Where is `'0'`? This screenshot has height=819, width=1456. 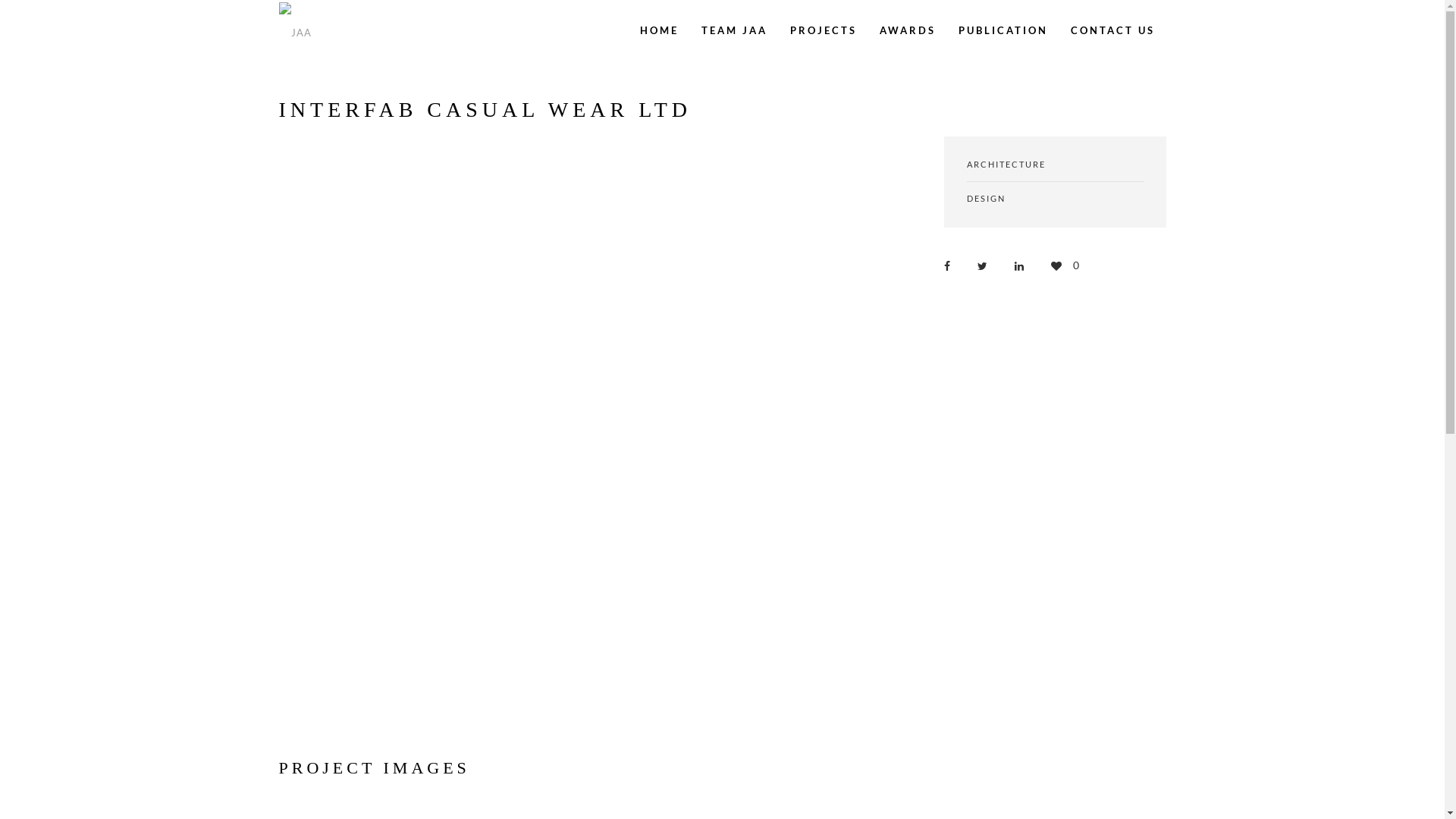 '0' is located at coordinates (1065, 264).